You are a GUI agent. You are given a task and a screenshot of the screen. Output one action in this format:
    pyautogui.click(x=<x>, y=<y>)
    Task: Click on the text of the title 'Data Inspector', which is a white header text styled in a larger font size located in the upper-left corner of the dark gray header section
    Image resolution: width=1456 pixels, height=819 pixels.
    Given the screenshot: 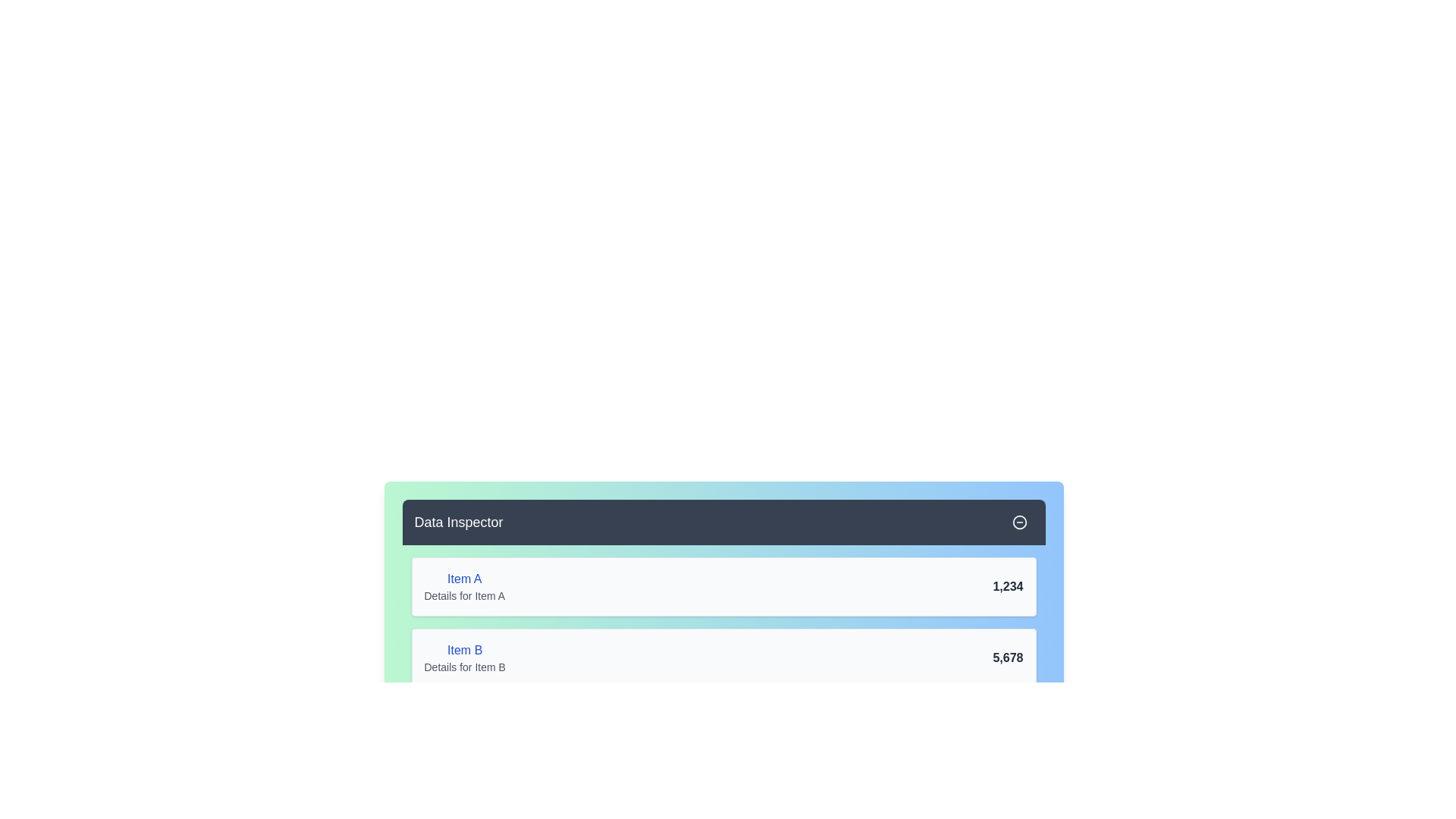 What is the action you would take?
    pyautogui.click(x=457, y=522)
    